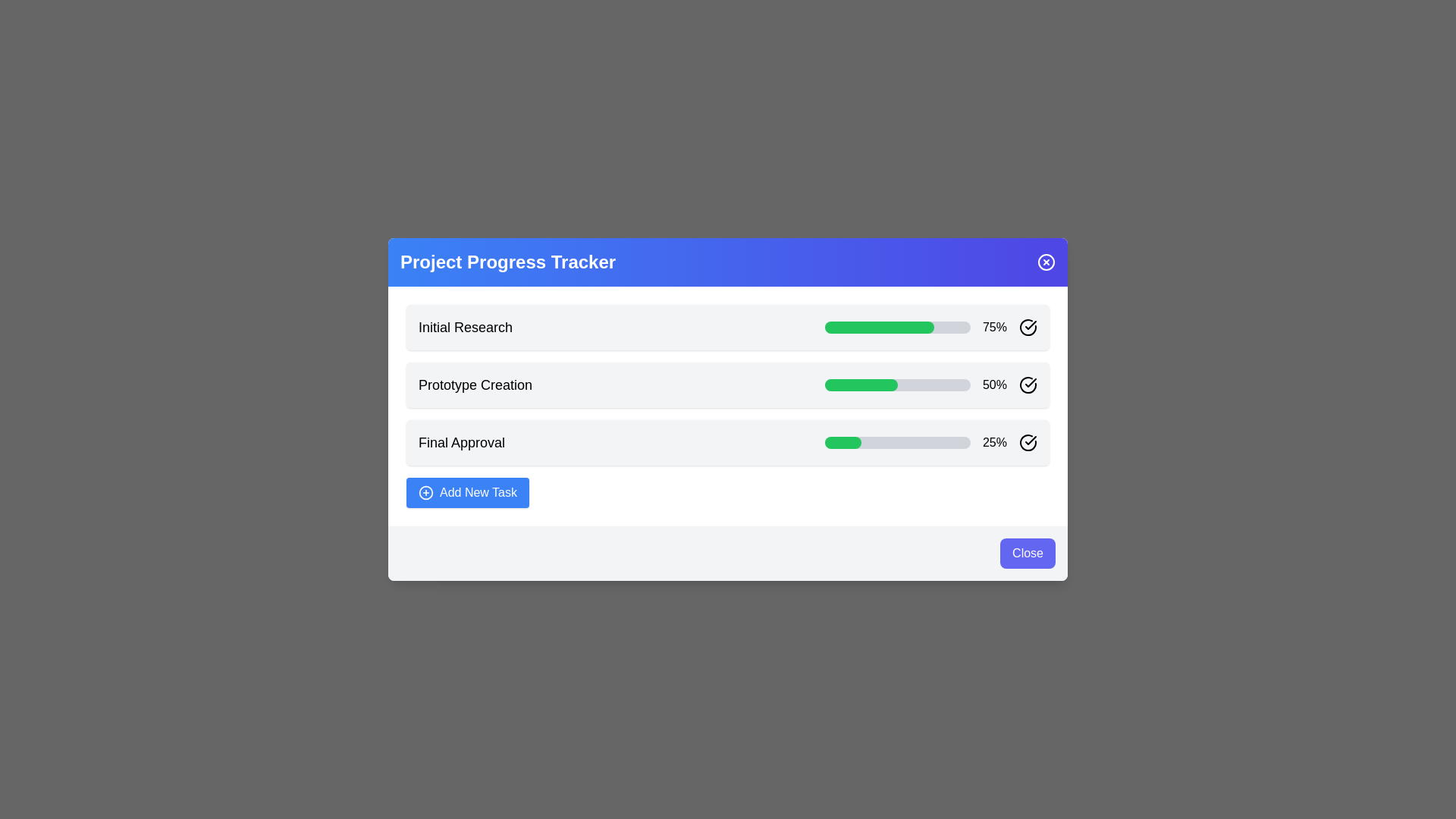 The image size is (1456, 819). Describe the element at coordinates (461, 442) in the screenshot. I see `the 'Final Approval' static text label, which is prominently displayed in a medium-sized bold black font at the bottom of the task listing in the progress tracker interface` at that location.